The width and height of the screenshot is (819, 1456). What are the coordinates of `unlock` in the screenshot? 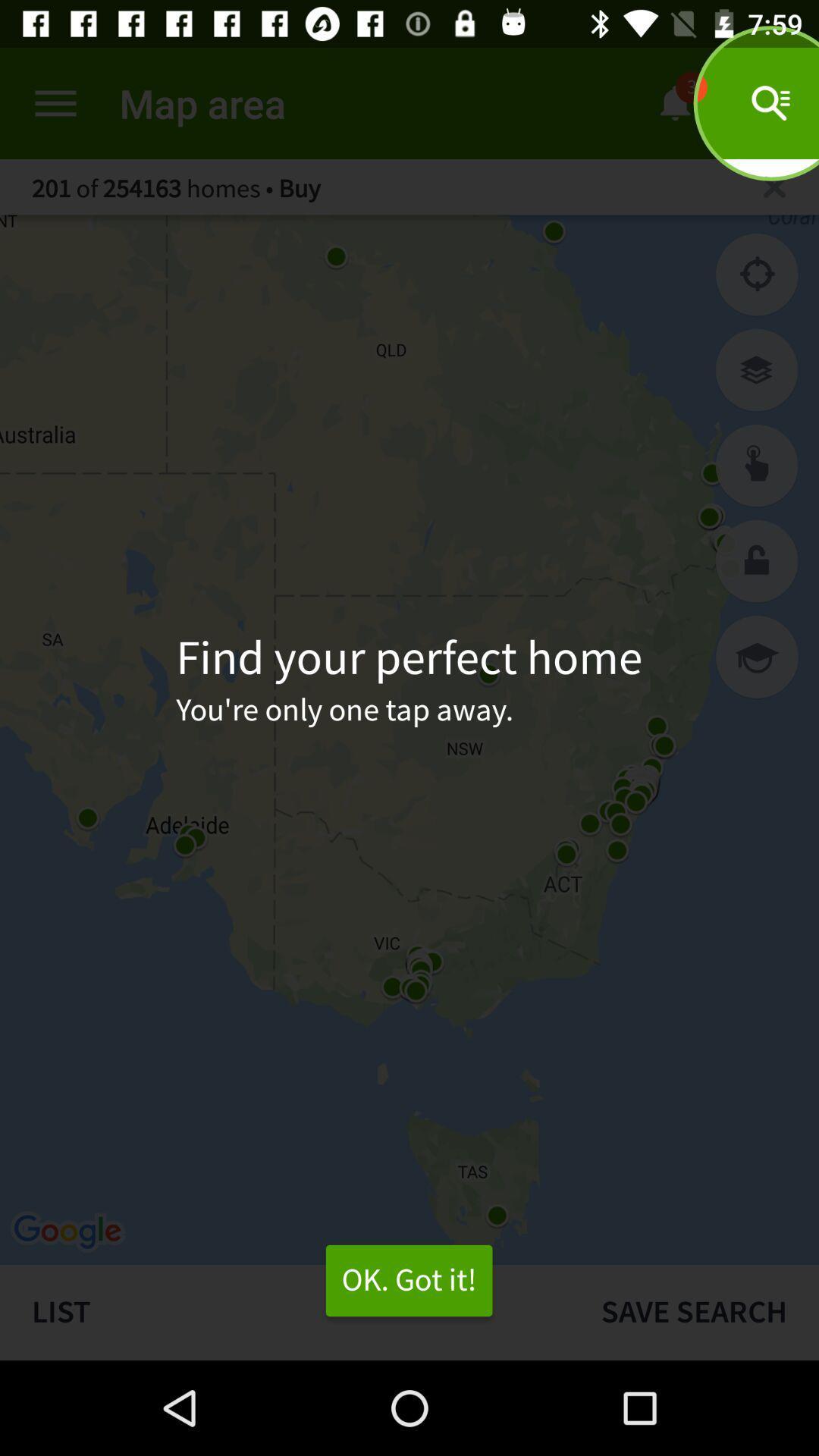 It's located at (757, 560).